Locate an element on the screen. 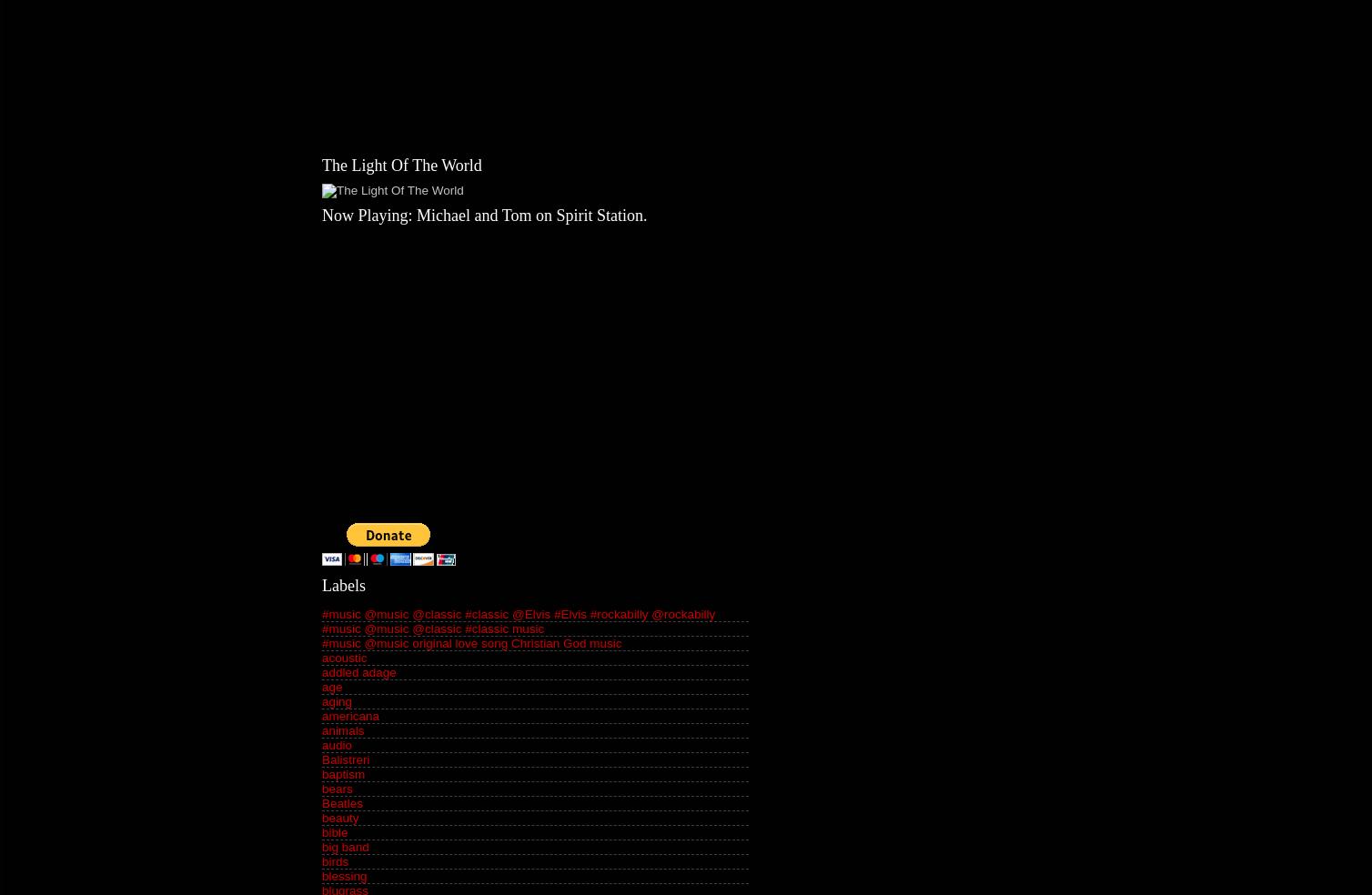 The height and width of the screenshot is (895, 1372). 'age' is located at coordinates (330, 686).